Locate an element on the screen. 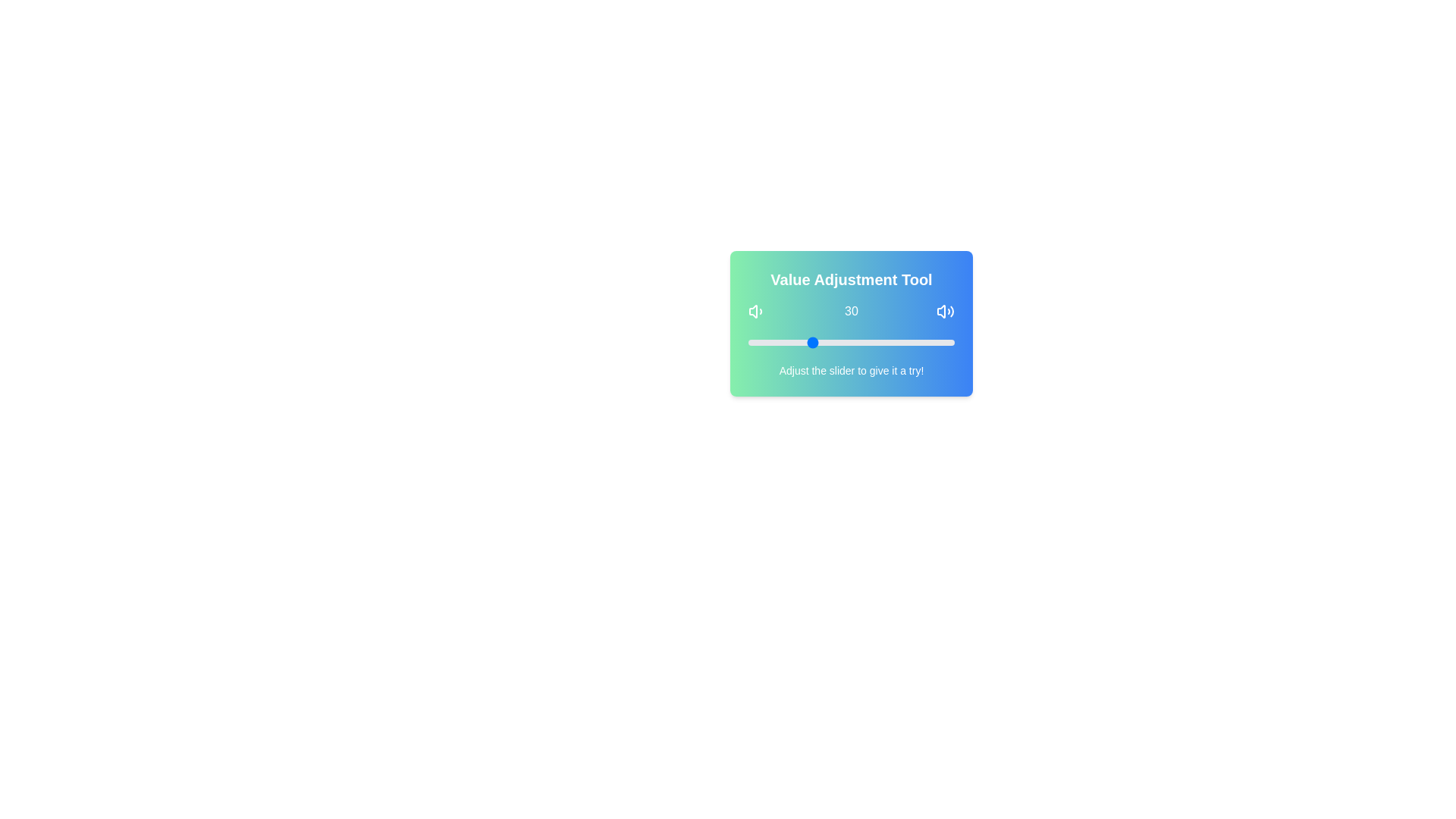 The width and height of the screenshot is (1456, 819). the slider is located at coordinates (912, 342).